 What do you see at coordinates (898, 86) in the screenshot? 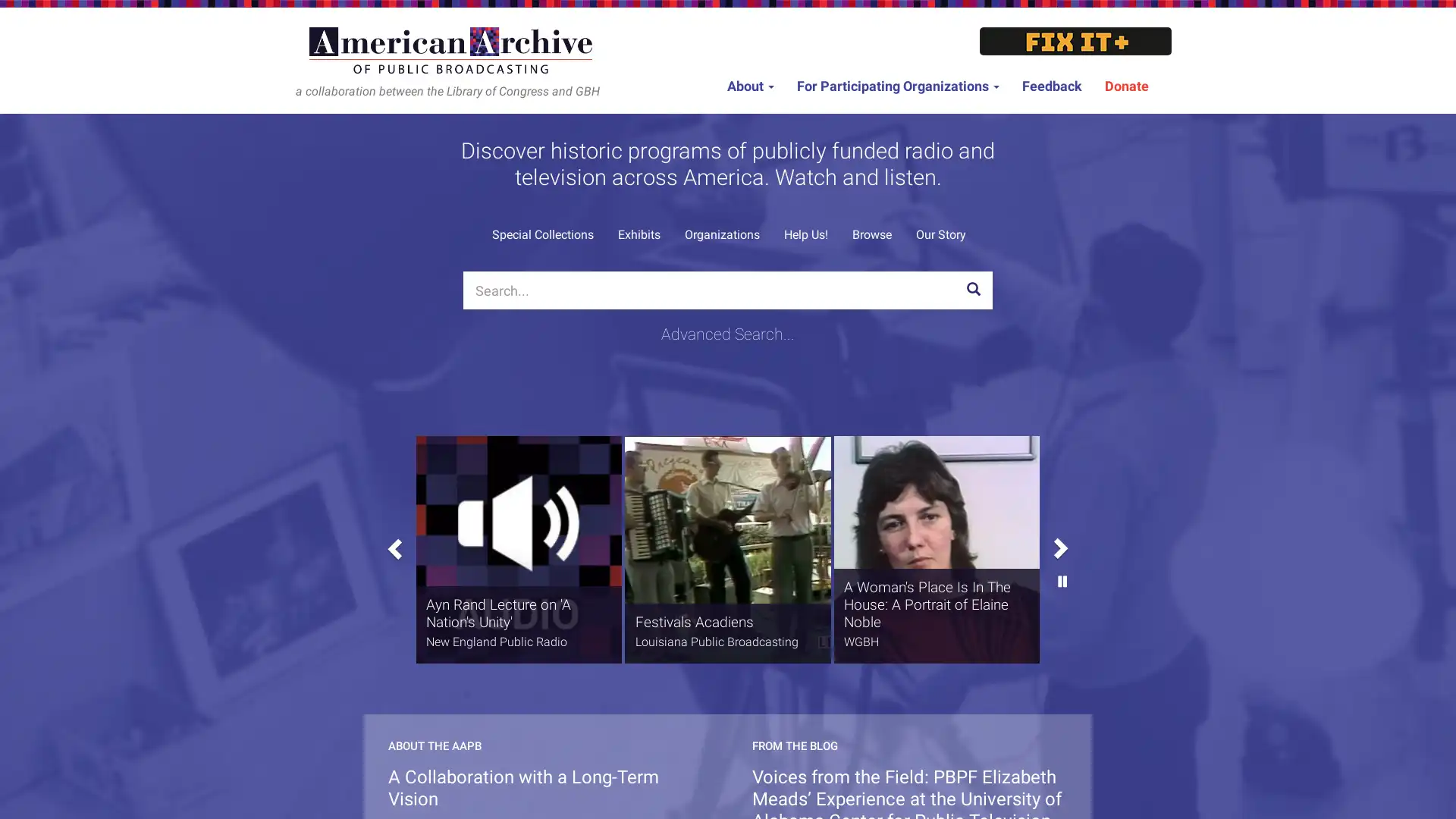
I see `For Participating Organizations` at bounding box center [898, 86].